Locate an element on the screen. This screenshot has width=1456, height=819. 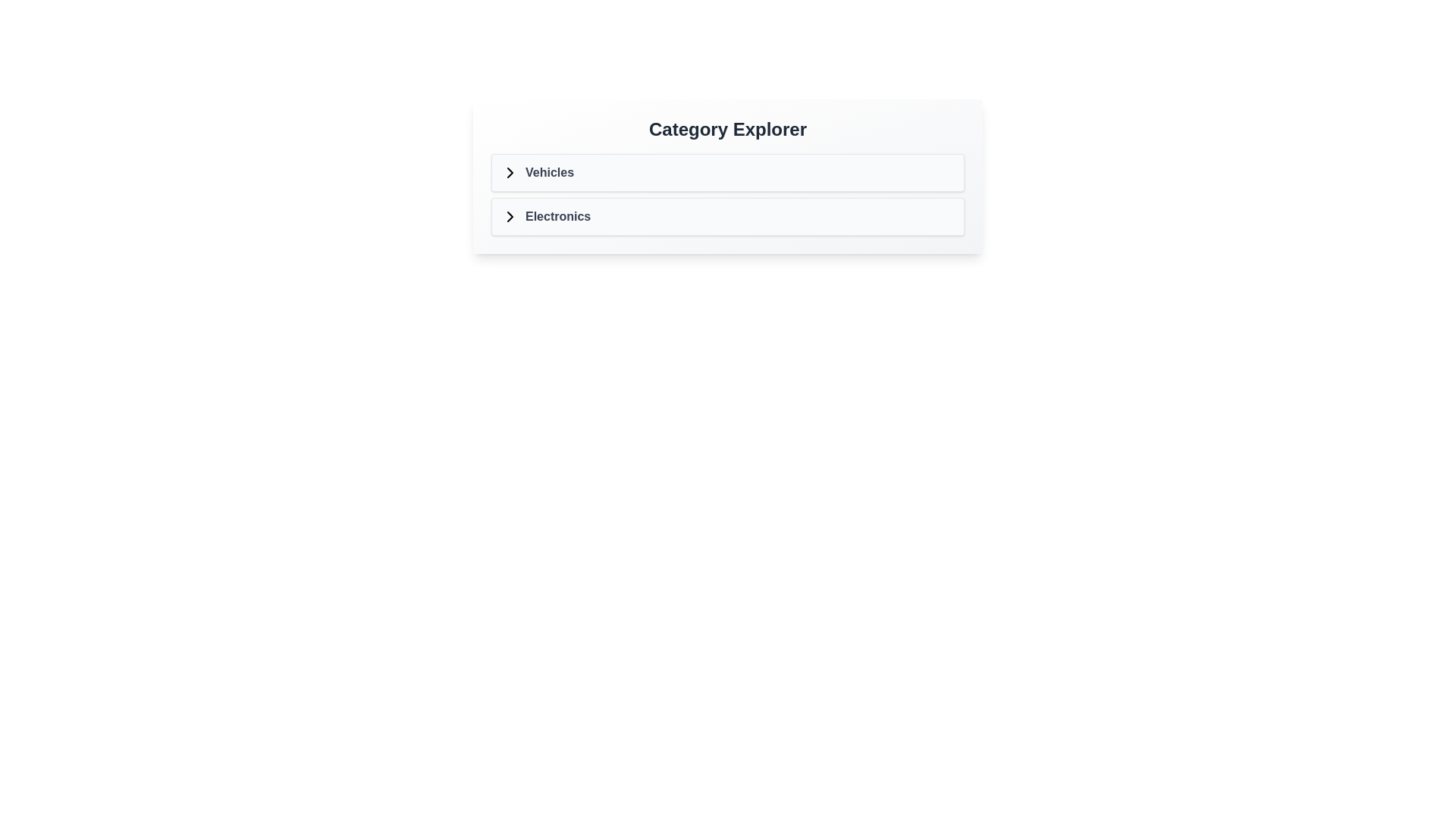
the topmost item in the 'Category Explorer' list labeled 'Vehicles' is located at coordinates (538, 171).